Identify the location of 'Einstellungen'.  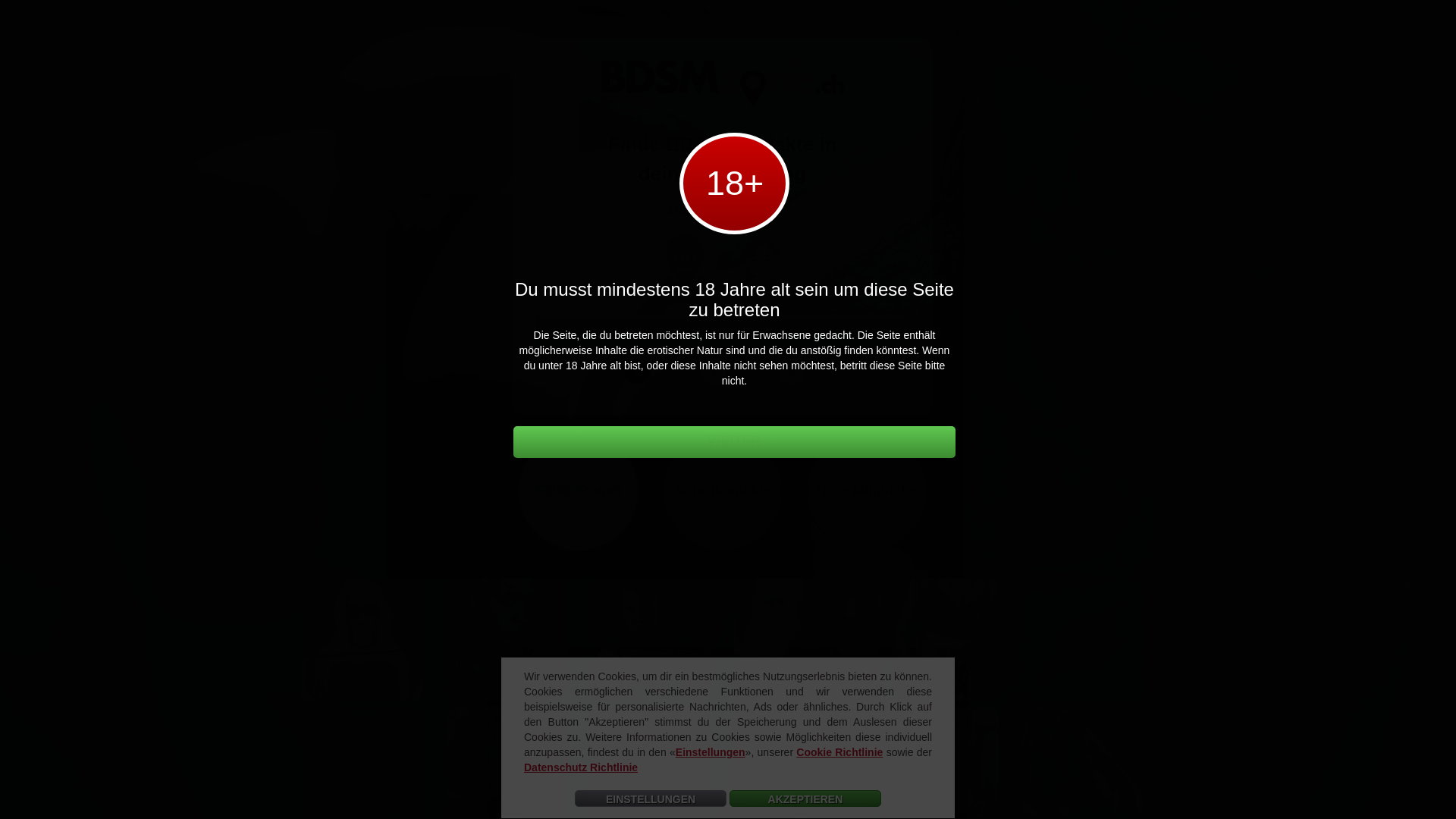
(675, 752).